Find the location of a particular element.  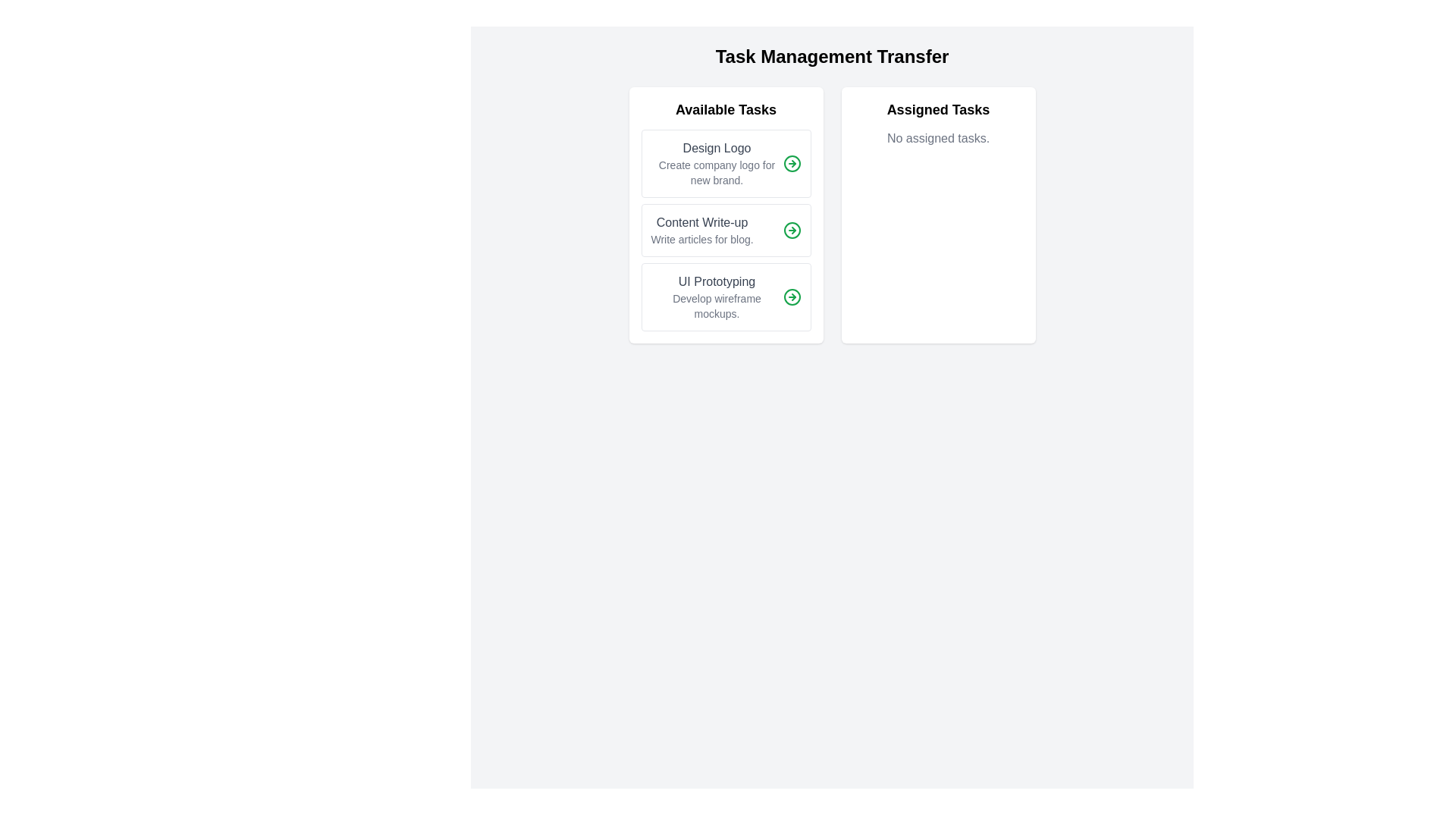

the 'Design Logo' text header, which is styled with a medium-weight font and dark gray color, located in the top section of the first task card in the 'Available Tasks' panel is located at coordinates (716, 149).